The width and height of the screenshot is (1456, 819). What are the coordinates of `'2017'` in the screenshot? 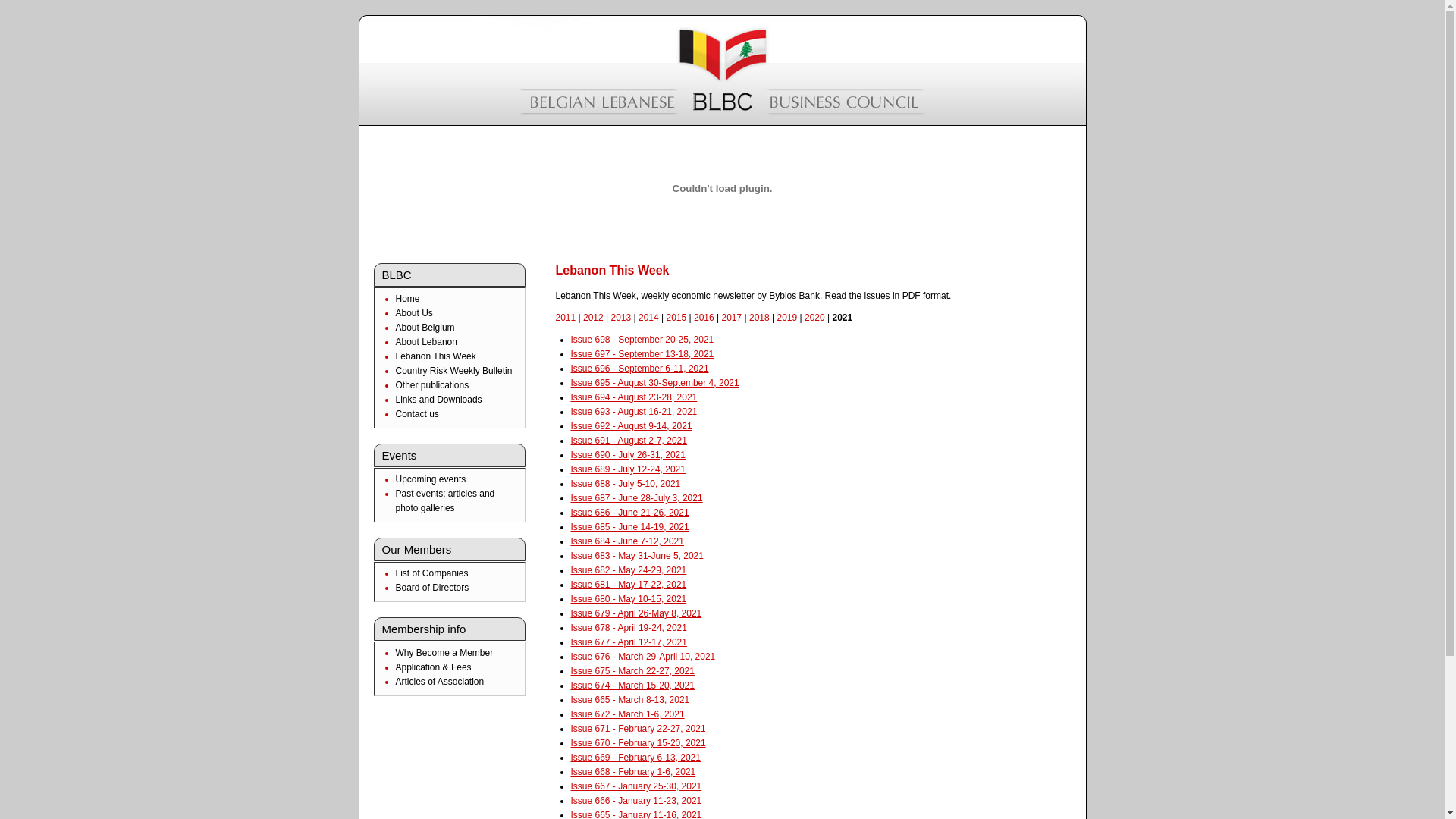 It's located at (732, 317).